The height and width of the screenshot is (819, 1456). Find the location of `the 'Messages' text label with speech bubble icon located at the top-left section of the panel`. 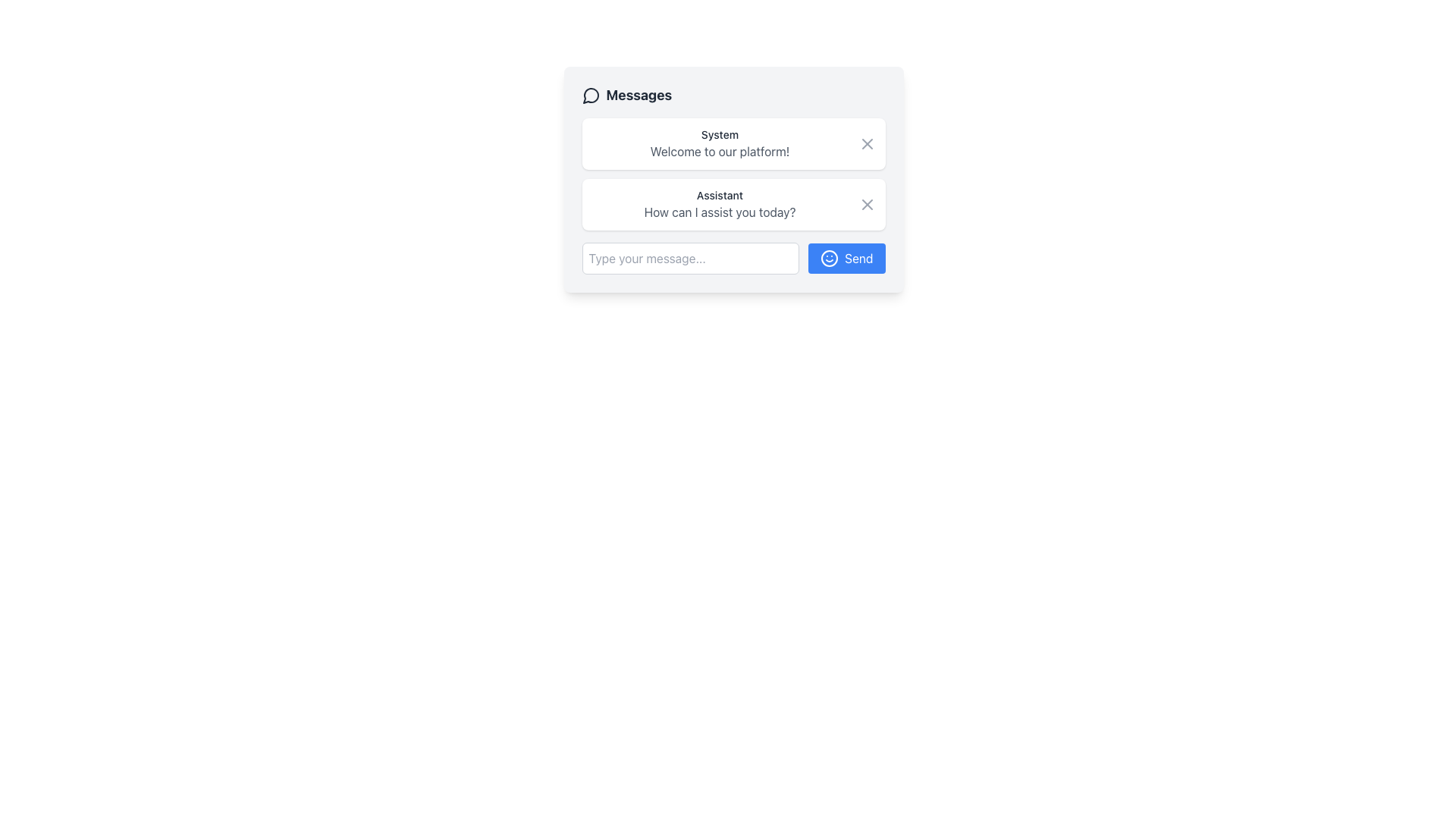

the 'Messages' text label with speech bubble icon located at the top-left section of the panel is located at coordinates (626, 96).